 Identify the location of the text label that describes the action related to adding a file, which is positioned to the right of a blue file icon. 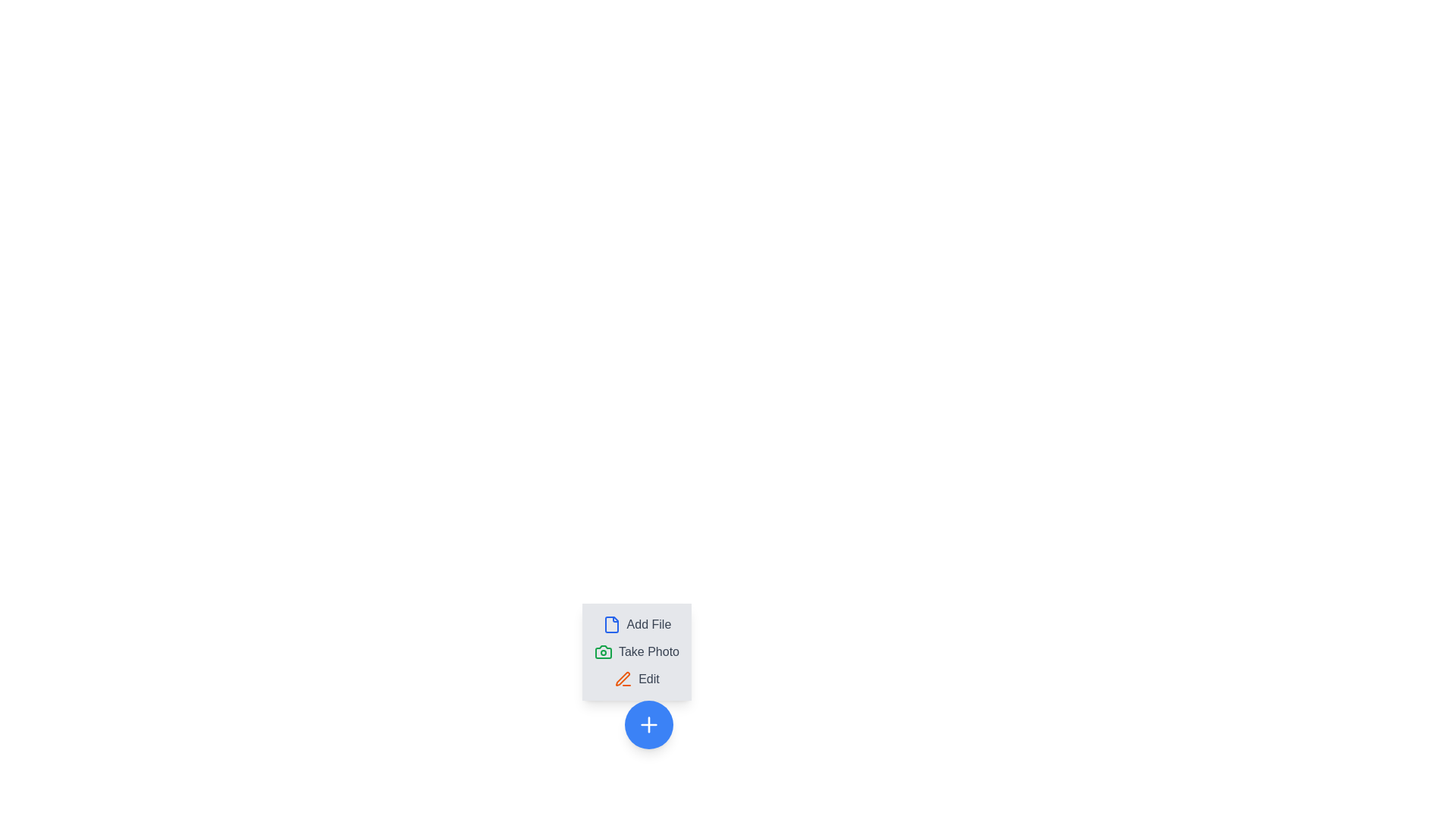
(648, 625).